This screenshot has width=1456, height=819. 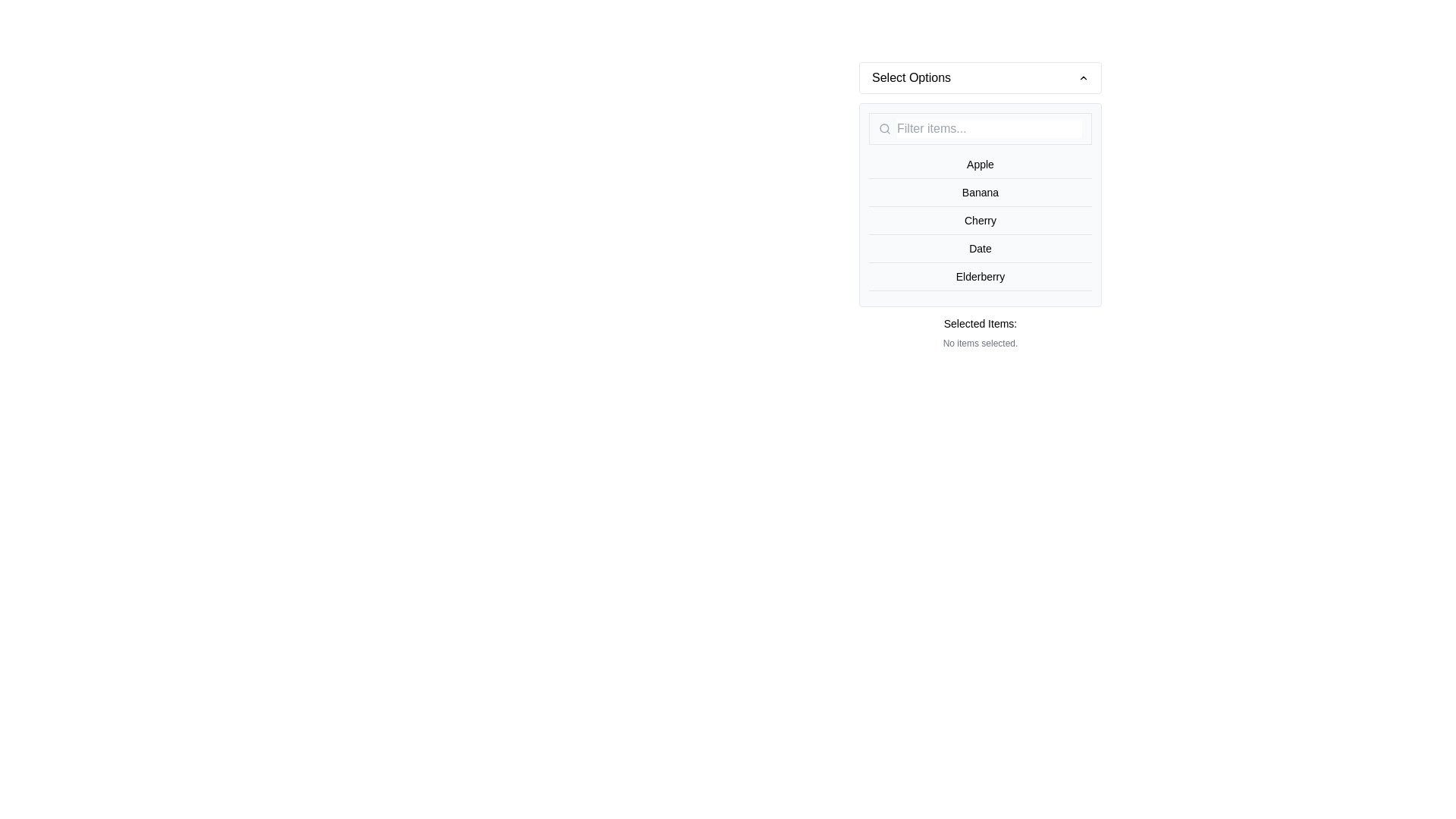 What do you see at coordinates (1083, 78) in the screenshot?
I see `the upward-pointing triangular interactive icon styled as a chevron located at the far right end of the 'Select Options' dropdown title bar` at bounding box center [1083, 78].